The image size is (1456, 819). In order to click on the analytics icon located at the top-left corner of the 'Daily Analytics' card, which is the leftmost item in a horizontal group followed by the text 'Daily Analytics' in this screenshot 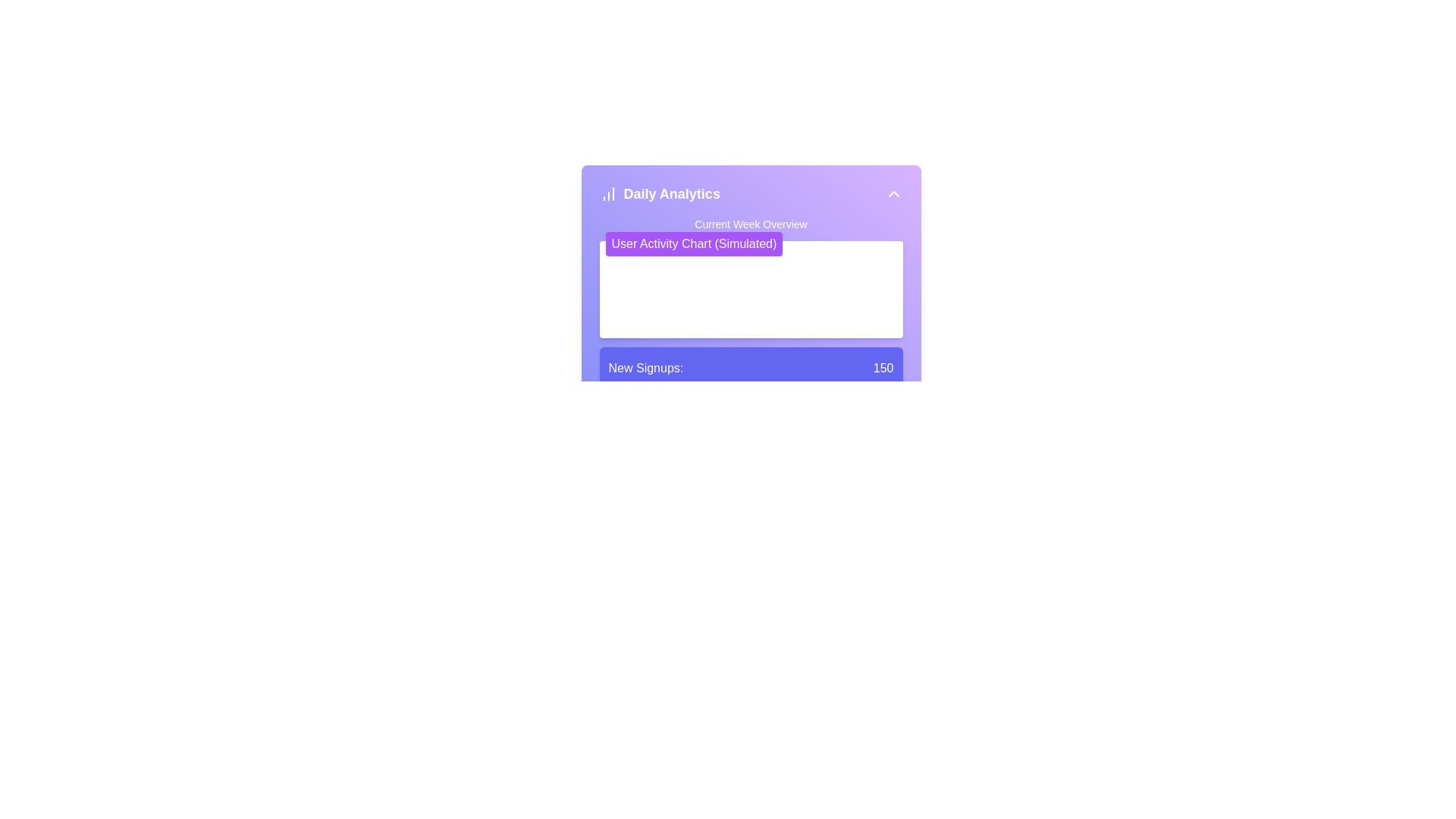, I will do `click(608, 193)`.